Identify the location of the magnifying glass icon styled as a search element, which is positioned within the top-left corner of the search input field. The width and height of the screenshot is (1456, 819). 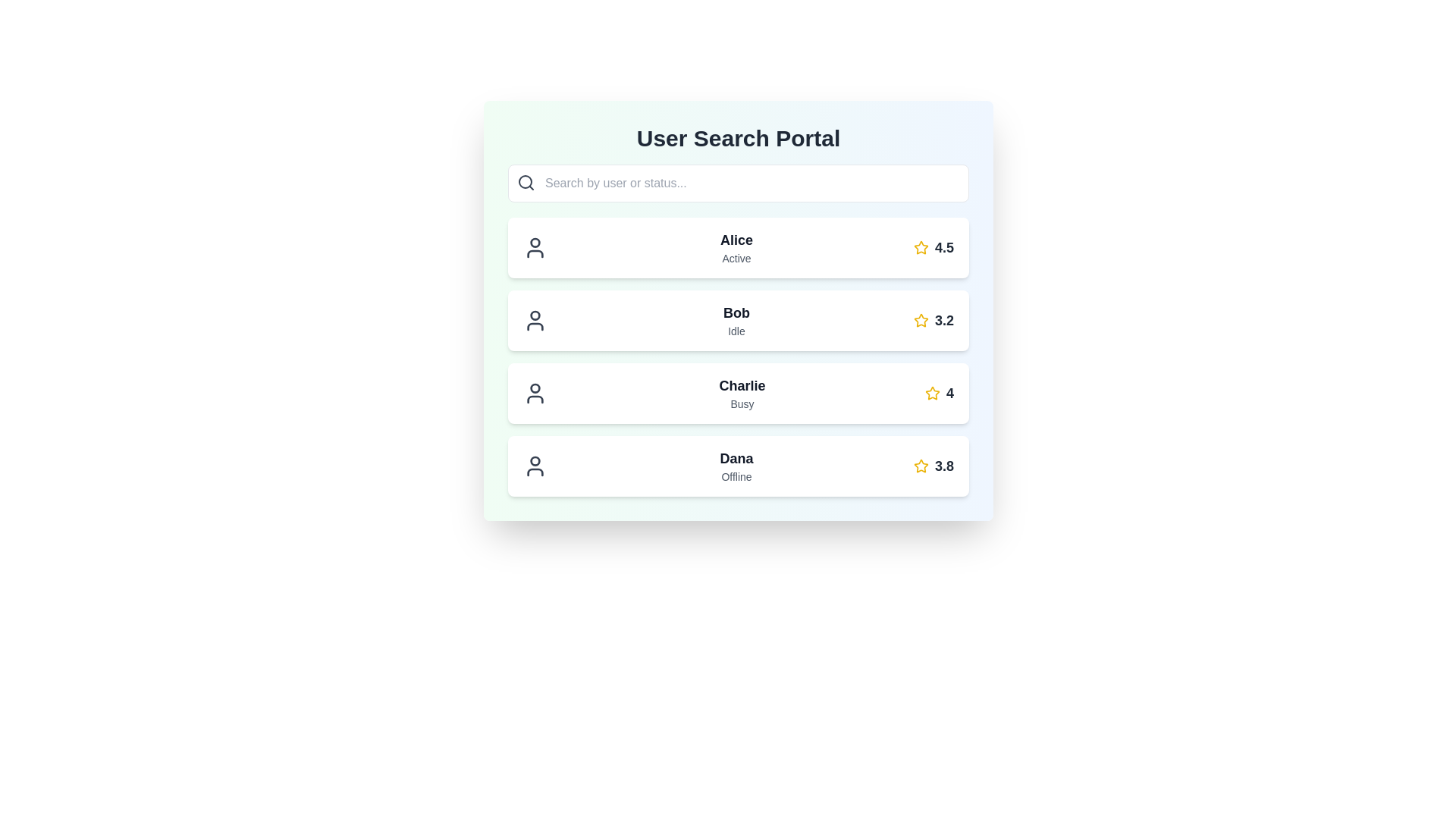
(526, 181).